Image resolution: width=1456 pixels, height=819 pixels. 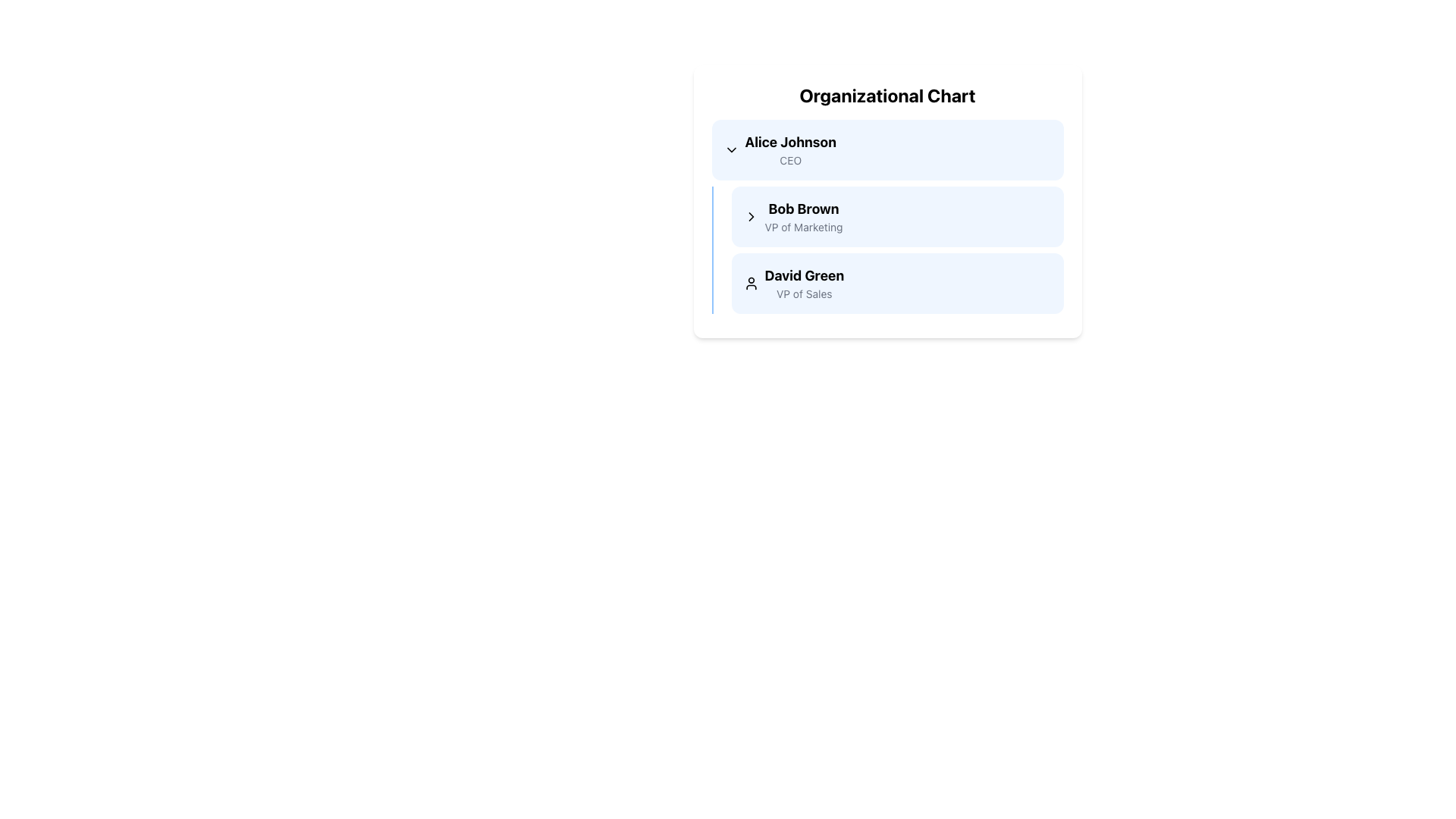 I want to click on the text label reading 'VP of Sales' located below 'David Green' in the organizational chart, which is styled in a smaller font size and subdued gray color, so click(x=803, y=294).